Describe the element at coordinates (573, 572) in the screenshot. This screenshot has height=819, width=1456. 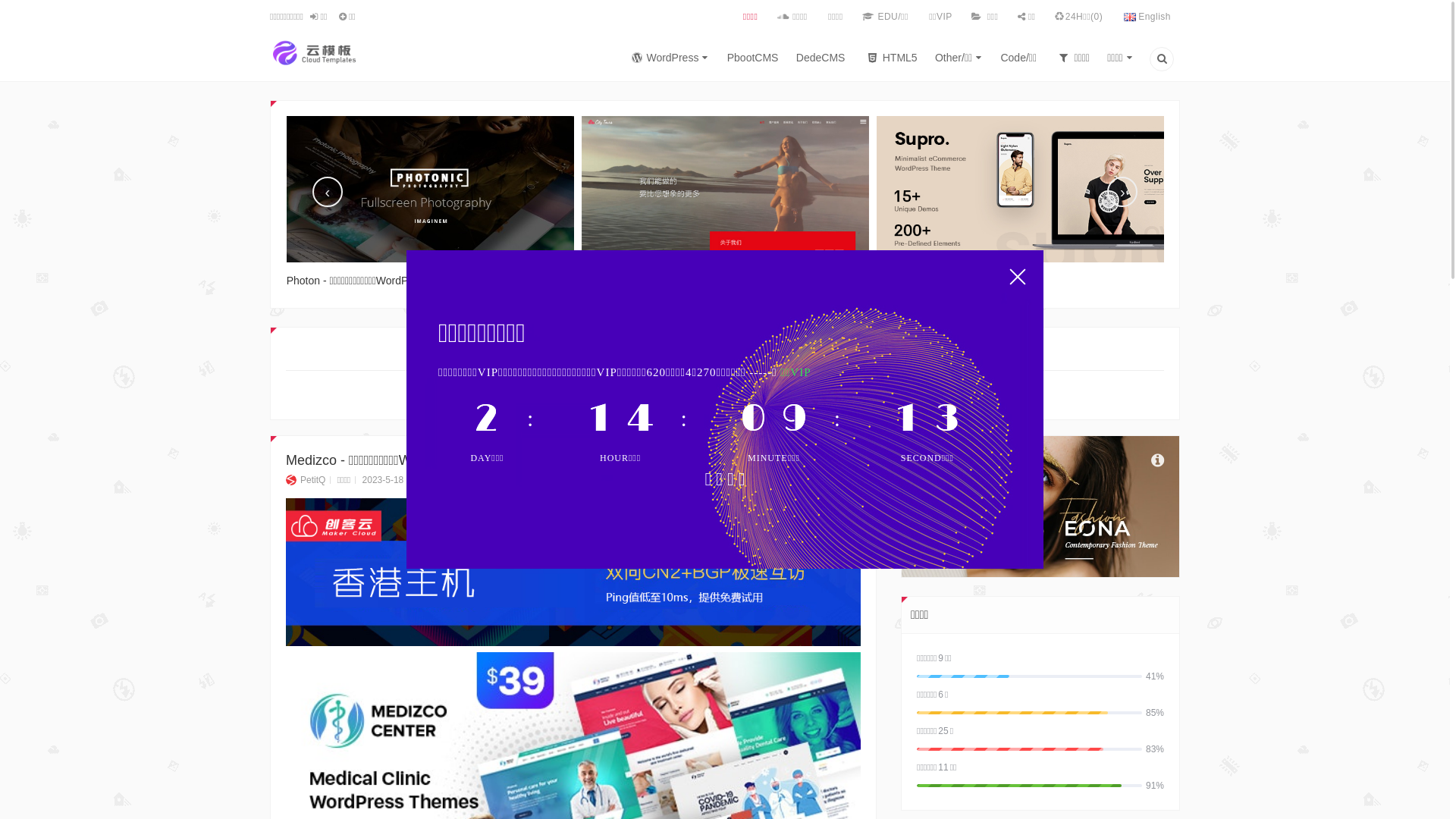
I see `'9.8'` at that location.